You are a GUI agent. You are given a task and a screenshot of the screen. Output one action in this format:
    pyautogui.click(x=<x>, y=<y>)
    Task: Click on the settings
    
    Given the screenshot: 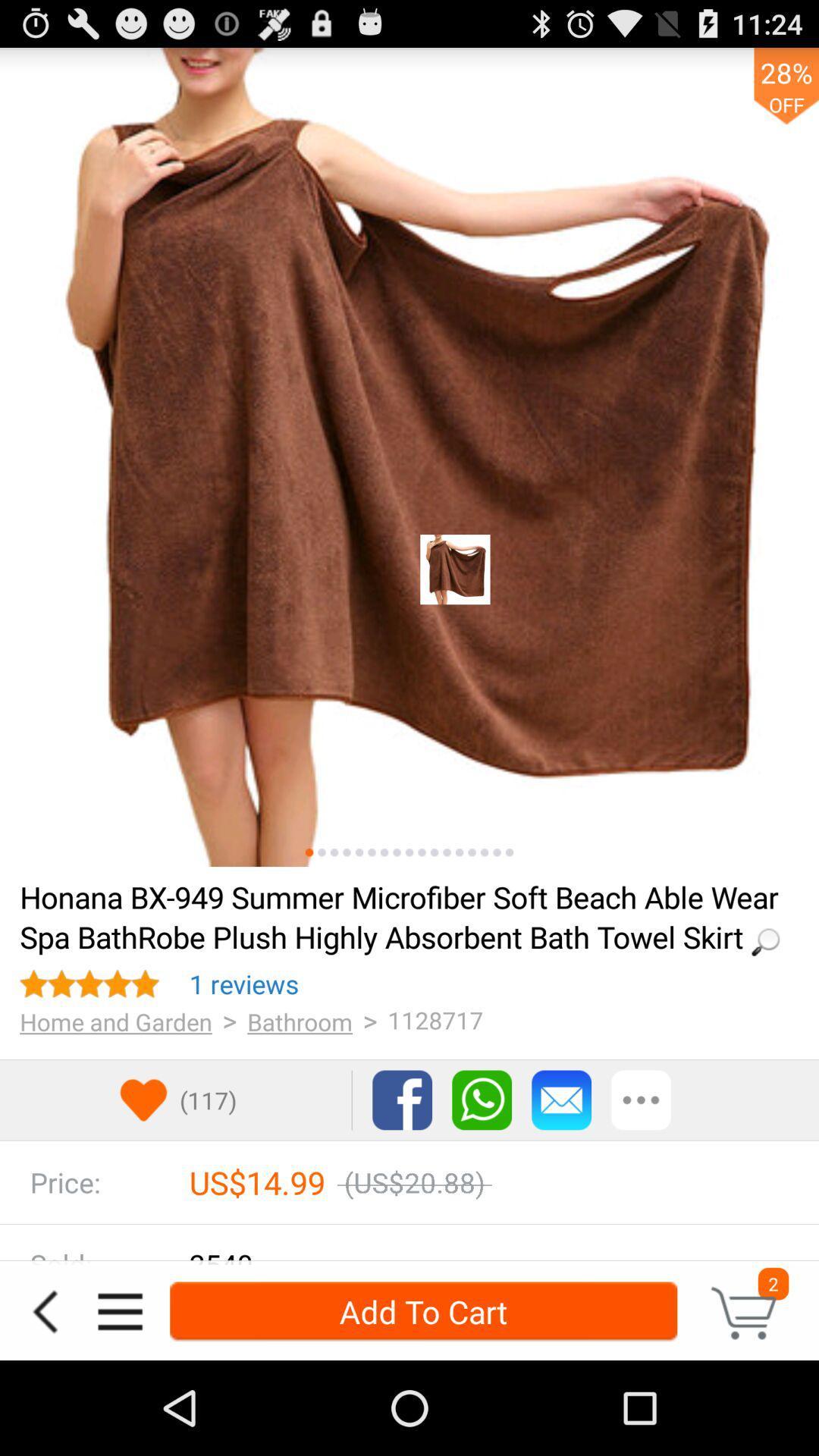 What is the action you would take?
    pyautogui.click(x=641, y=1100)
    